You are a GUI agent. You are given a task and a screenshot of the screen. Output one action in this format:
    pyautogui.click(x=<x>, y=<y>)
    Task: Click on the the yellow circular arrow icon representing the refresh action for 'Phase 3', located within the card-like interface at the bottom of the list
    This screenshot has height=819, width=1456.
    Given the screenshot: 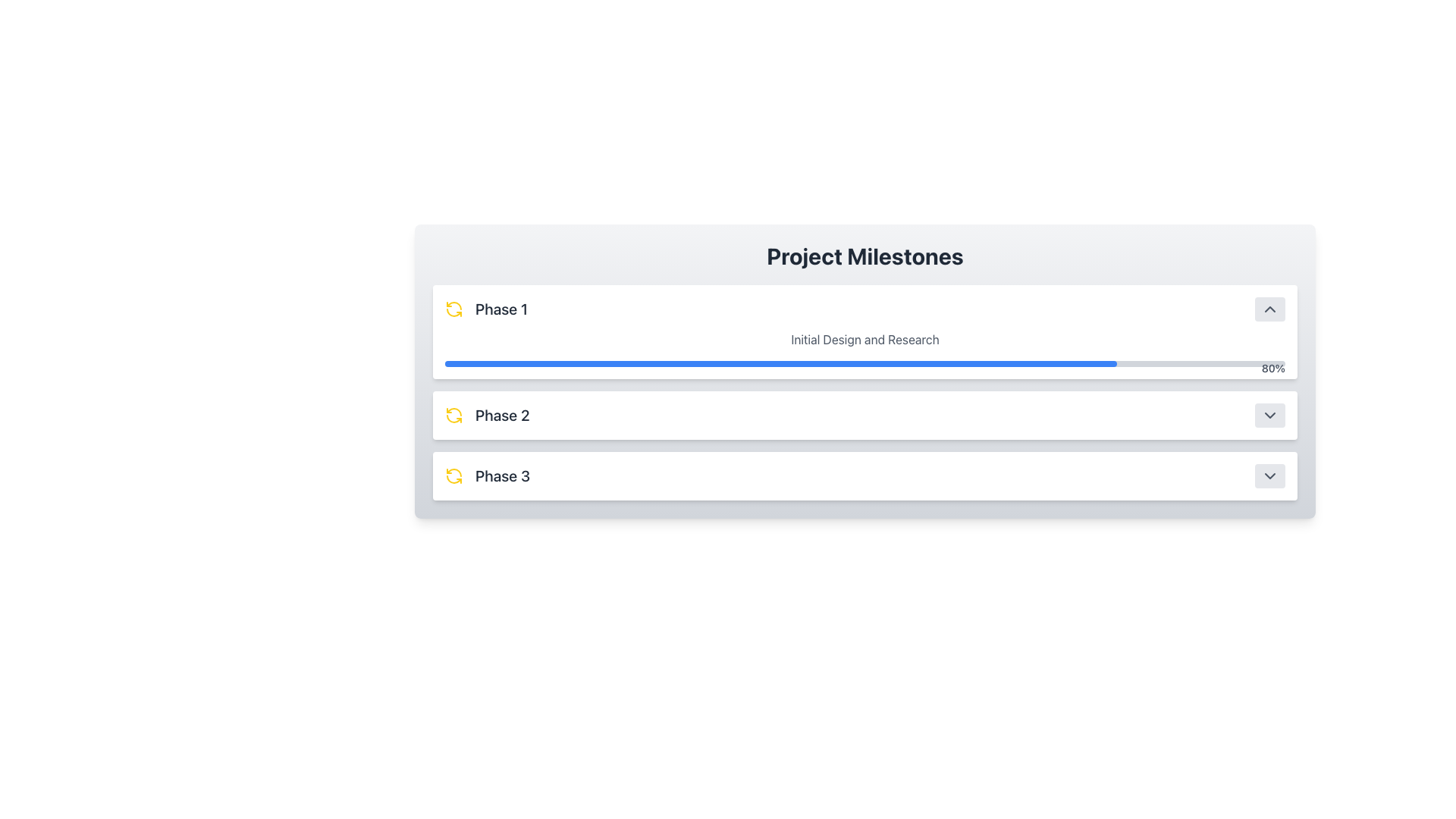 What is the action you would take?
    pyautogui.click(x=453, y=475)
    